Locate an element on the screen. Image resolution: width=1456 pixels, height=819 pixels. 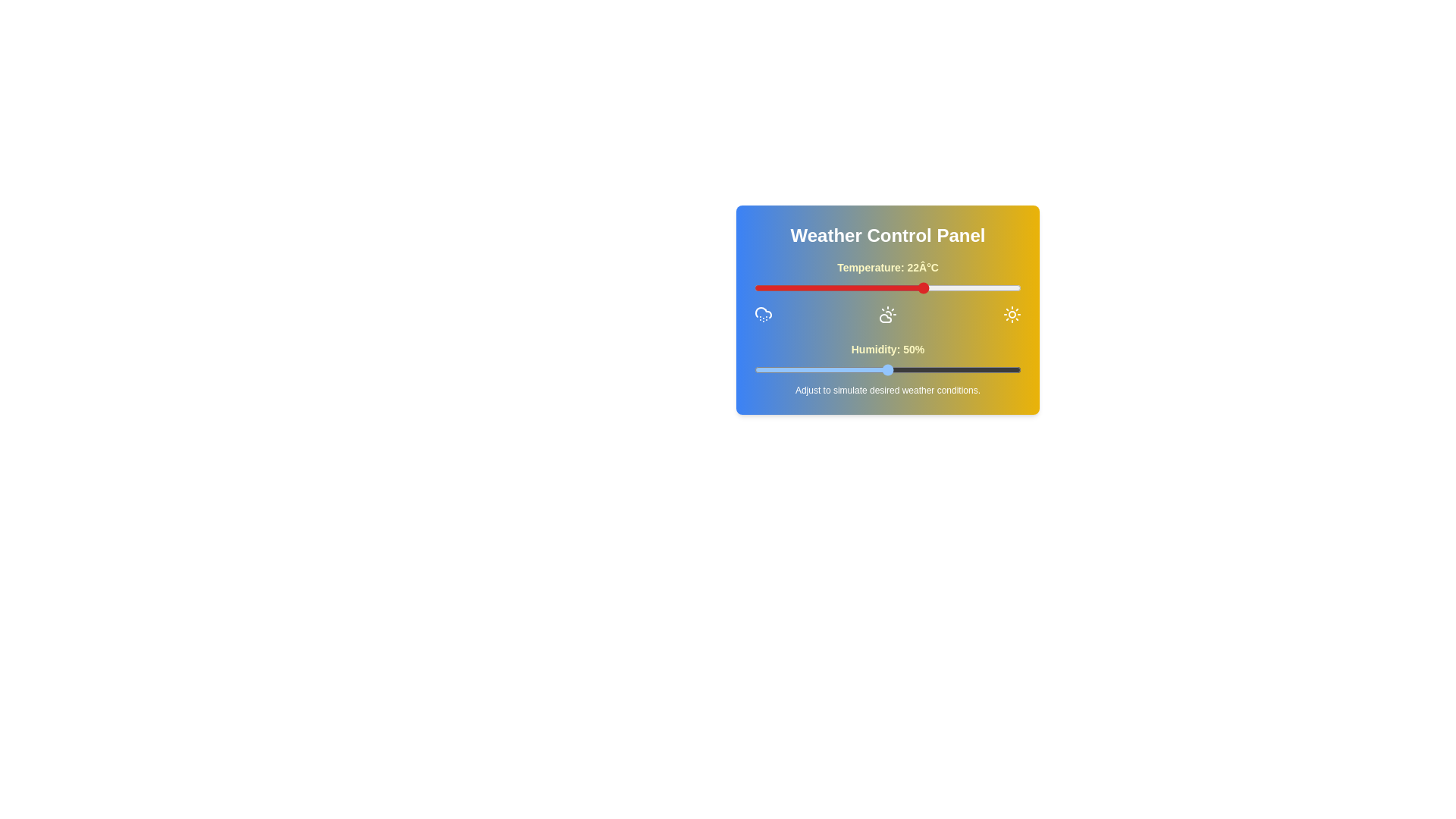
the circular handle of the red-accented temperature slider located in the 'Weather Control Panel' is located at coordinates (888, 288).